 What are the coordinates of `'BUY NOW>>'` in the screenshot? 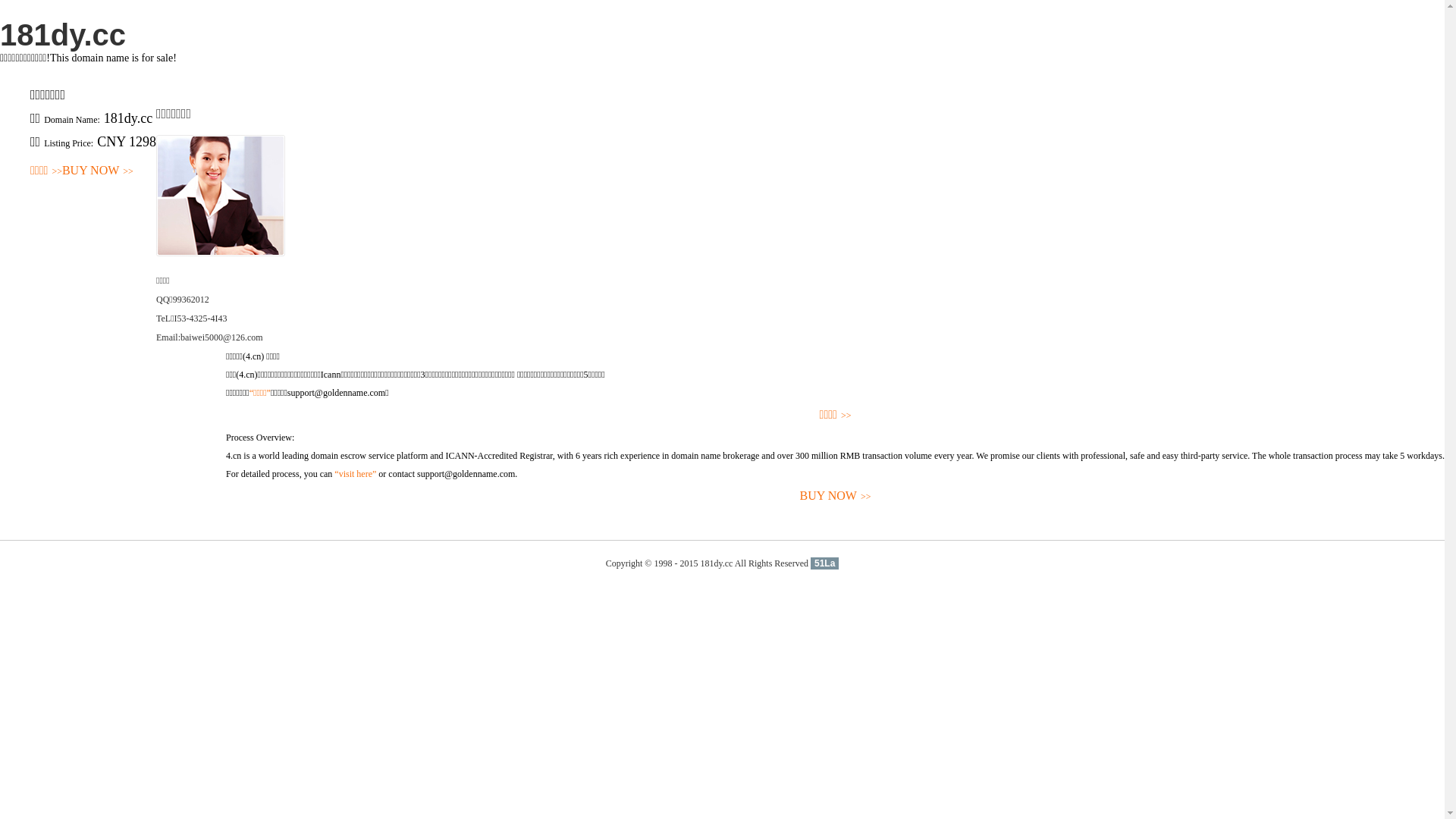 It's located at (97, 171).